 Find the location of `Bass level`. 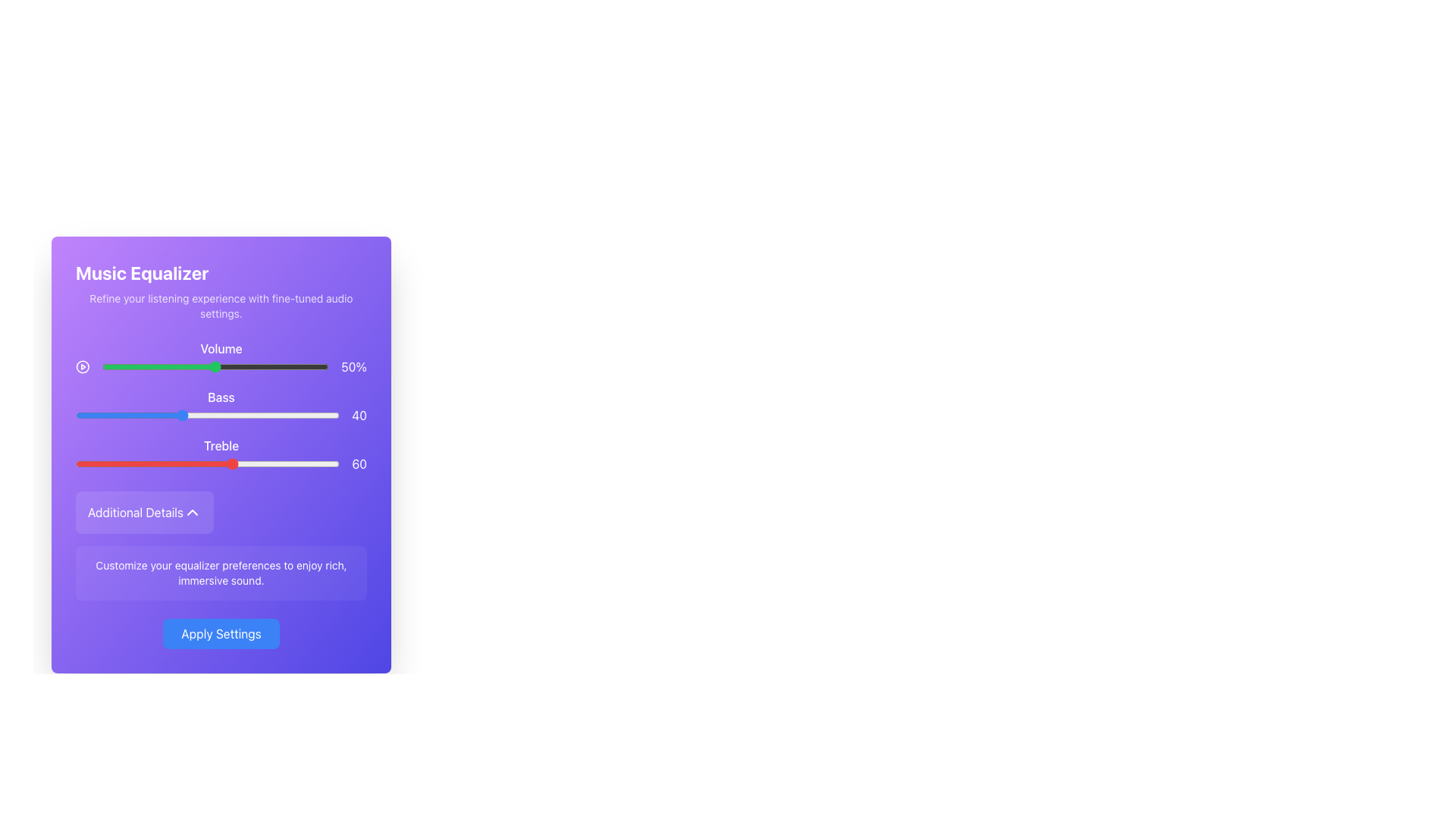

Bass level is located at coordinates (191, 415).